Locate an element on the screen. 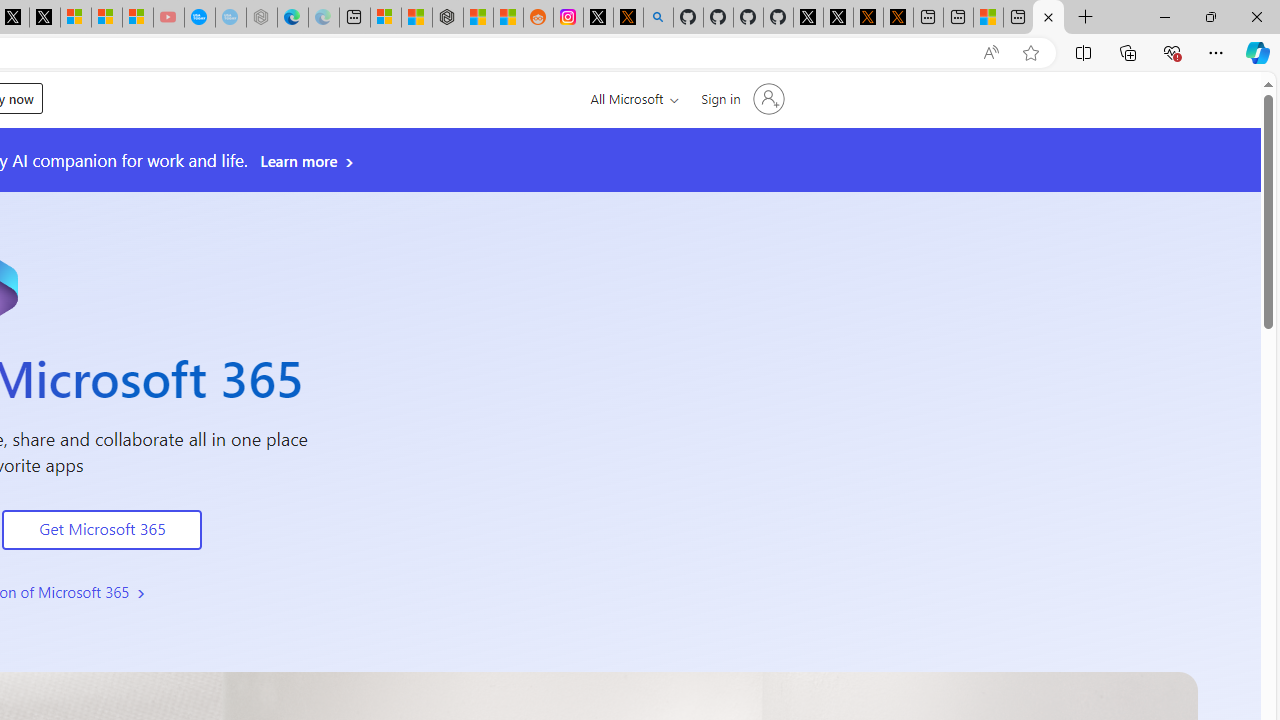 This screenshot has height=720, width=1280. 'The most popular Google ' is located at coordinates (231, 17).